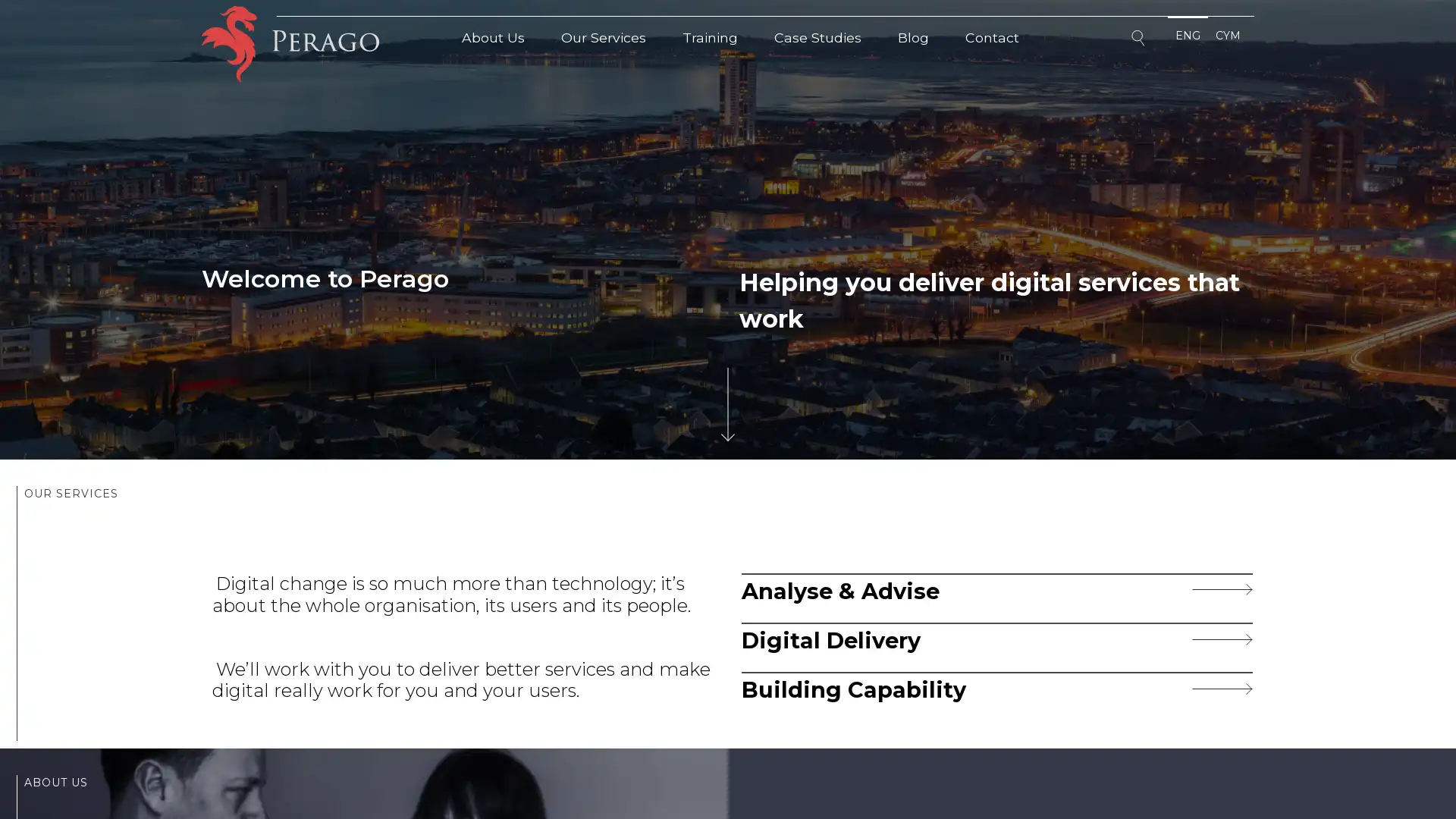  What do you see at coordinates (1140, 40) in the screenshot?
I see `Search button` at bounding box center [1140, 40].